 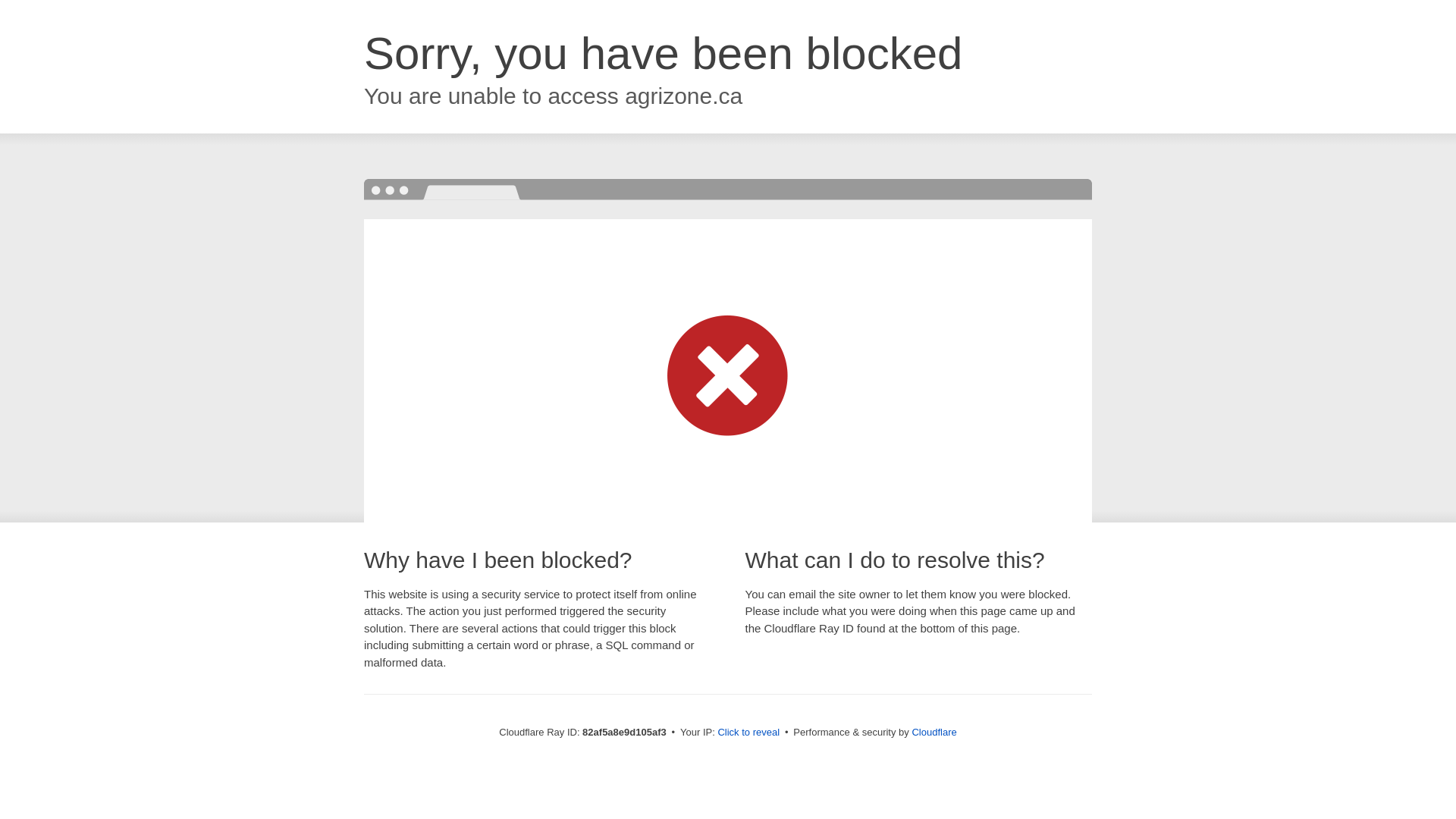 I want to click on 'Click to reveal', so click(x=716, y=731).